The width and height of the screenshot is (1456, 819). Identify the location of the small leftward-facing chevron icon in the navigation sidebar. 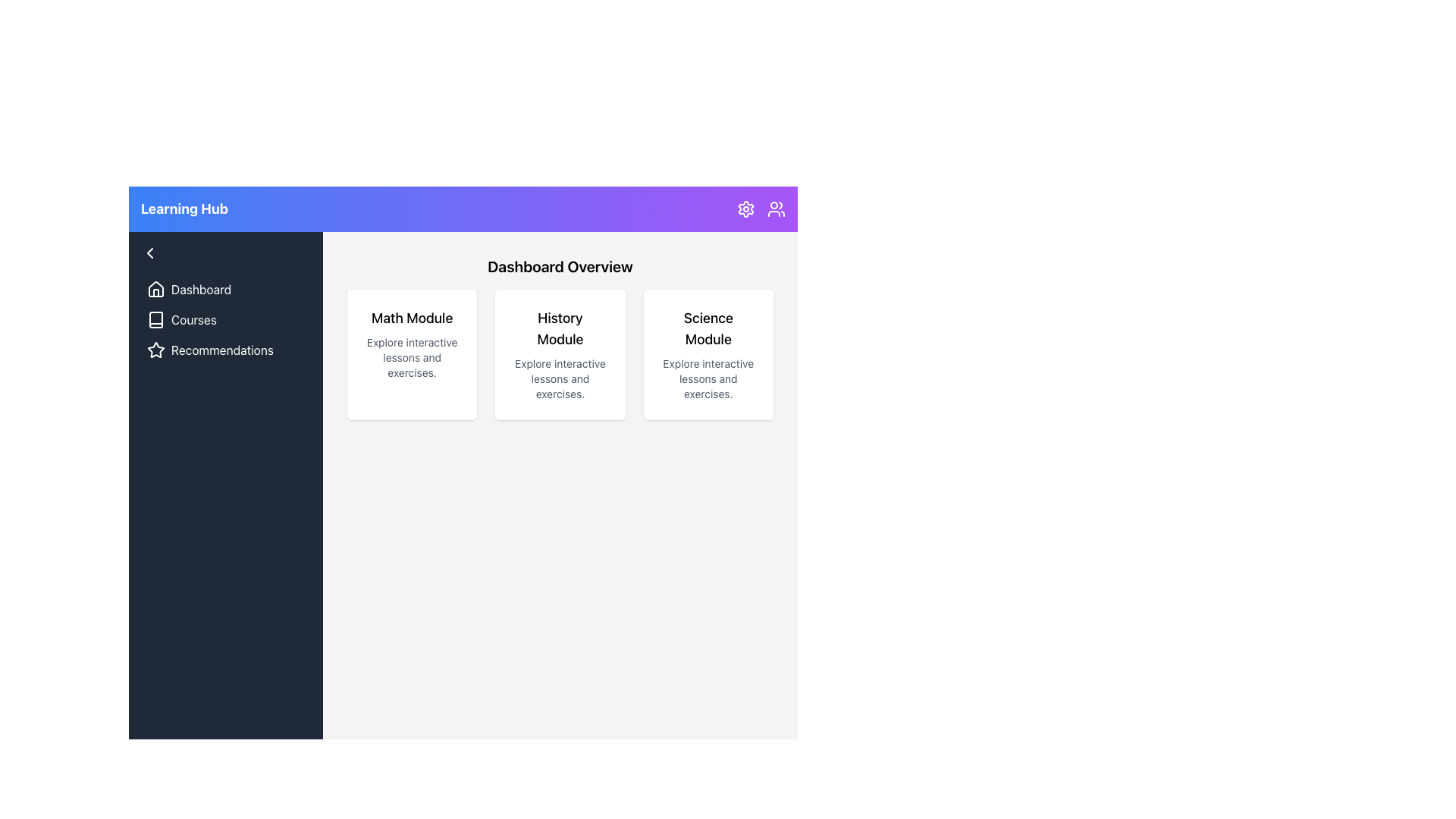
(149, 253).